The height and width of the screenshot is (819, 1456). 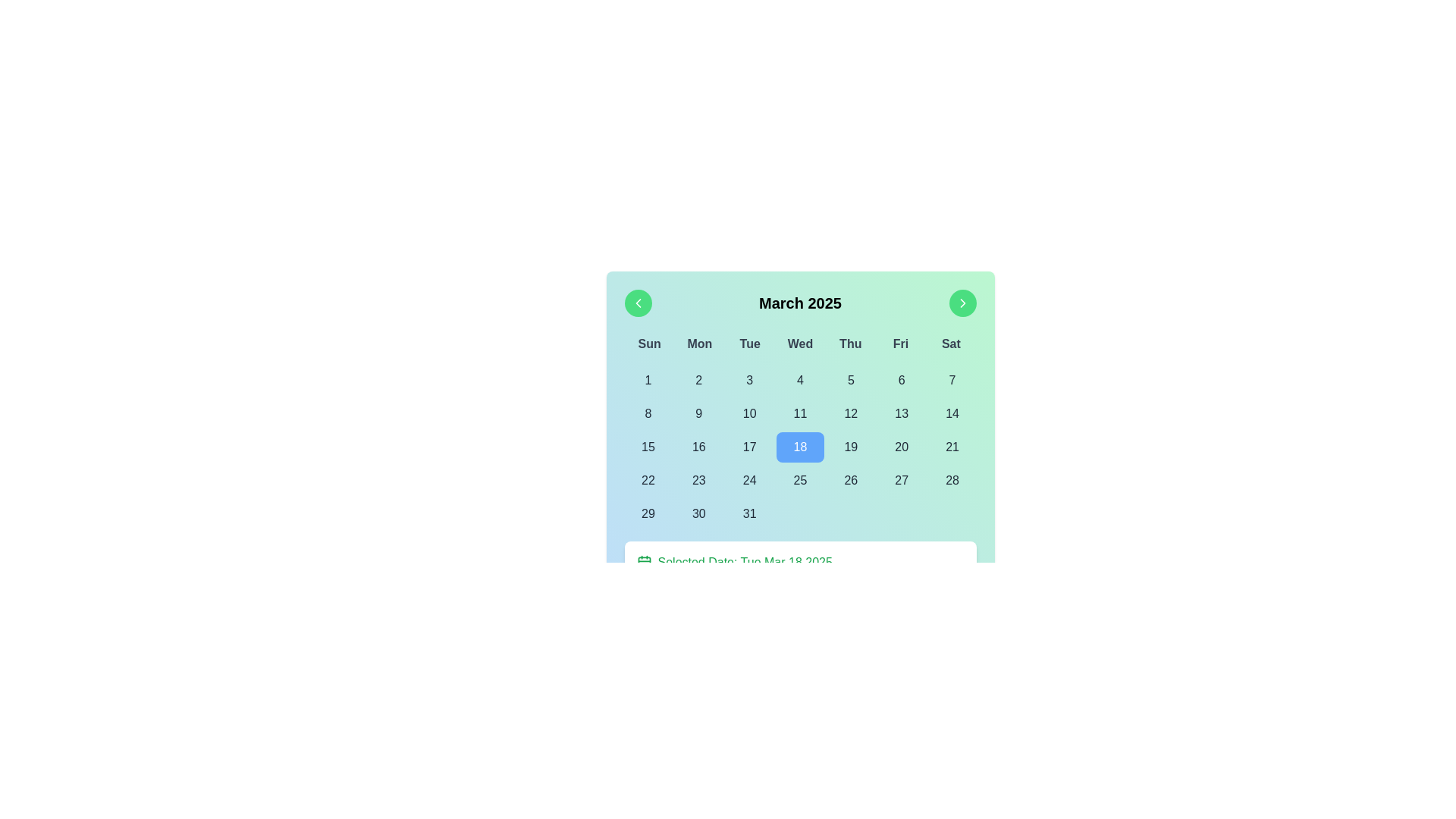 I want to click on the calendar date cell displaying '11' in black text, so click(x=799, y=414).